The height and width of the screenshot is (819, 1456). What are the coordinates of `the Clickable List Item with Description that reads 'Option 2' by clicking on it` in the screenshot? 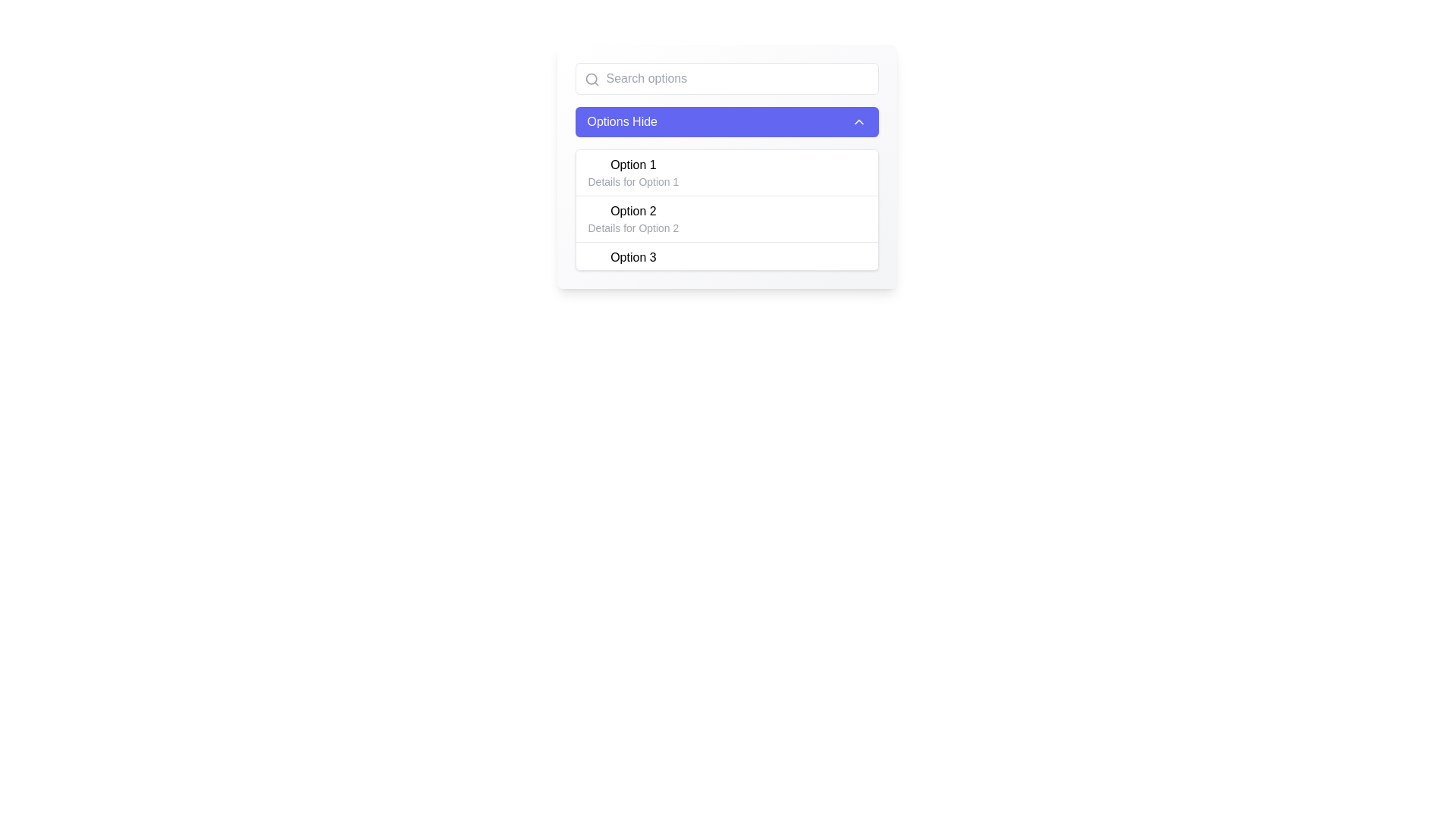 It's located at (633, 219).